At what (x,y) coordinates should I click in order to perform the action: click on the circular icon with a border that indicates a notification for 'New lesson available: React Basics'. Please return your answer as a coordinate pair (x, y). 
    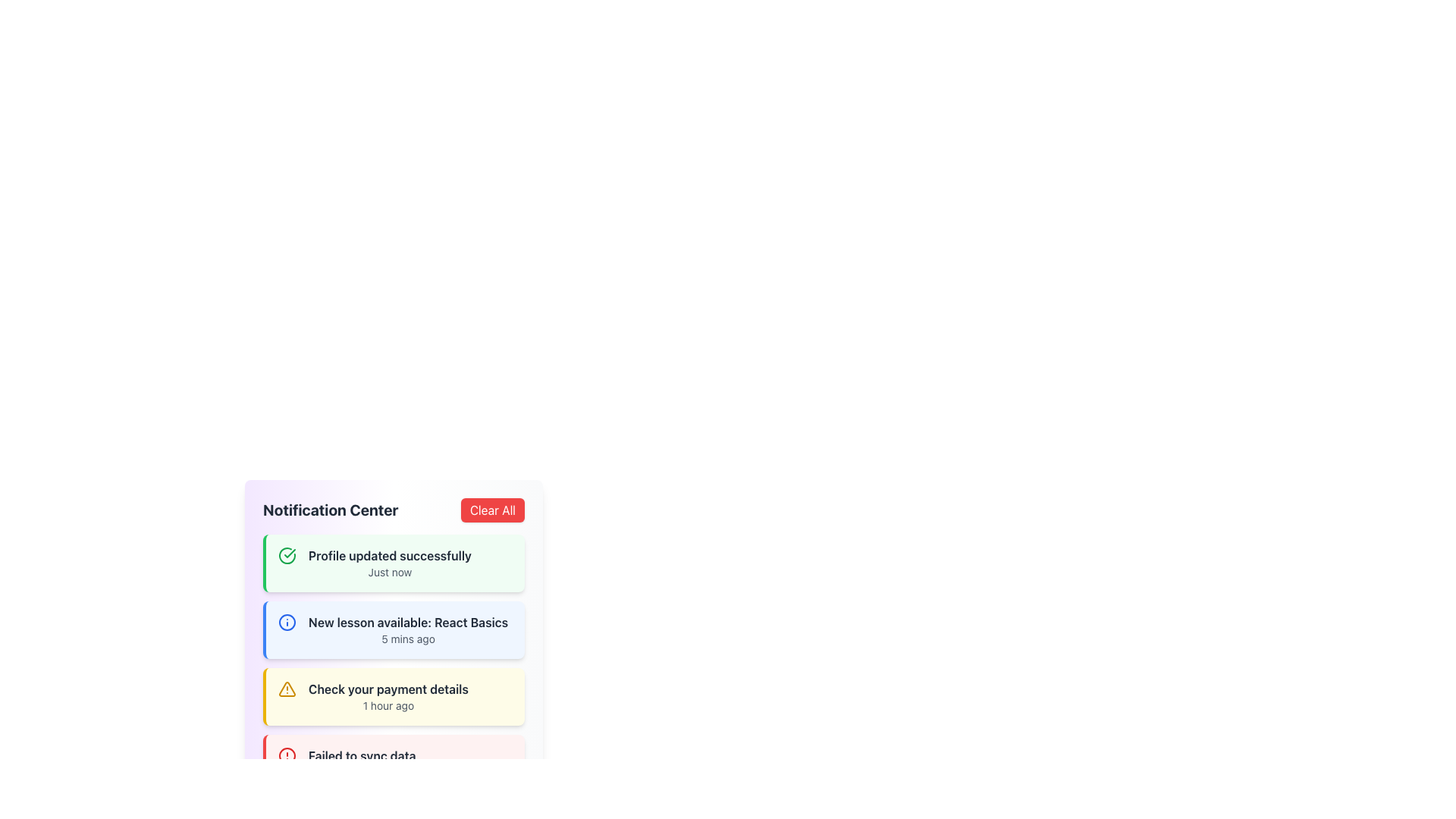
    Looking at the image, I should click on (287, 623).